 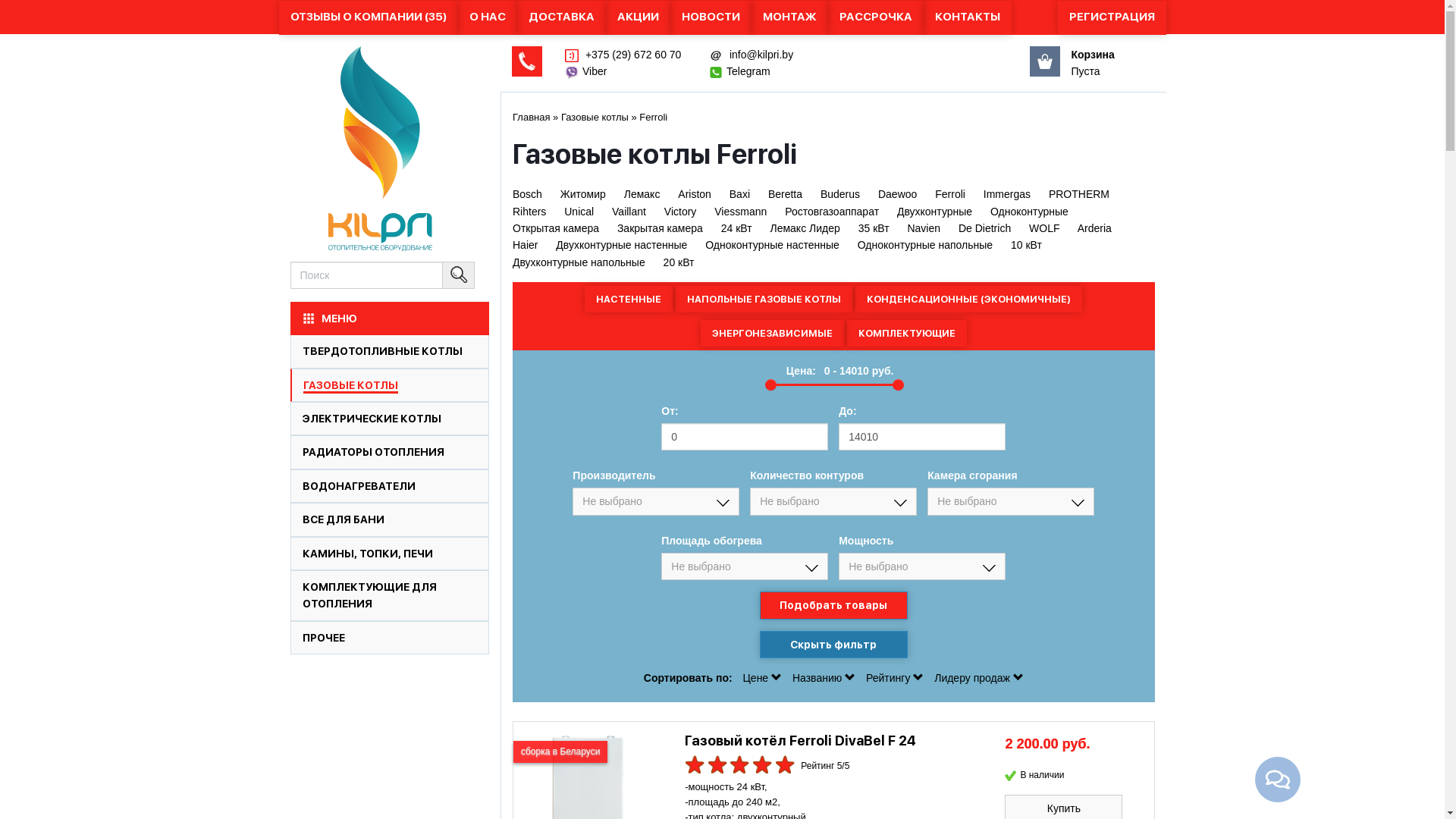 What do you see at coordinates (676, 193) in the screenshot?
I see `'Ariston'` at bounding box center [676, 193].